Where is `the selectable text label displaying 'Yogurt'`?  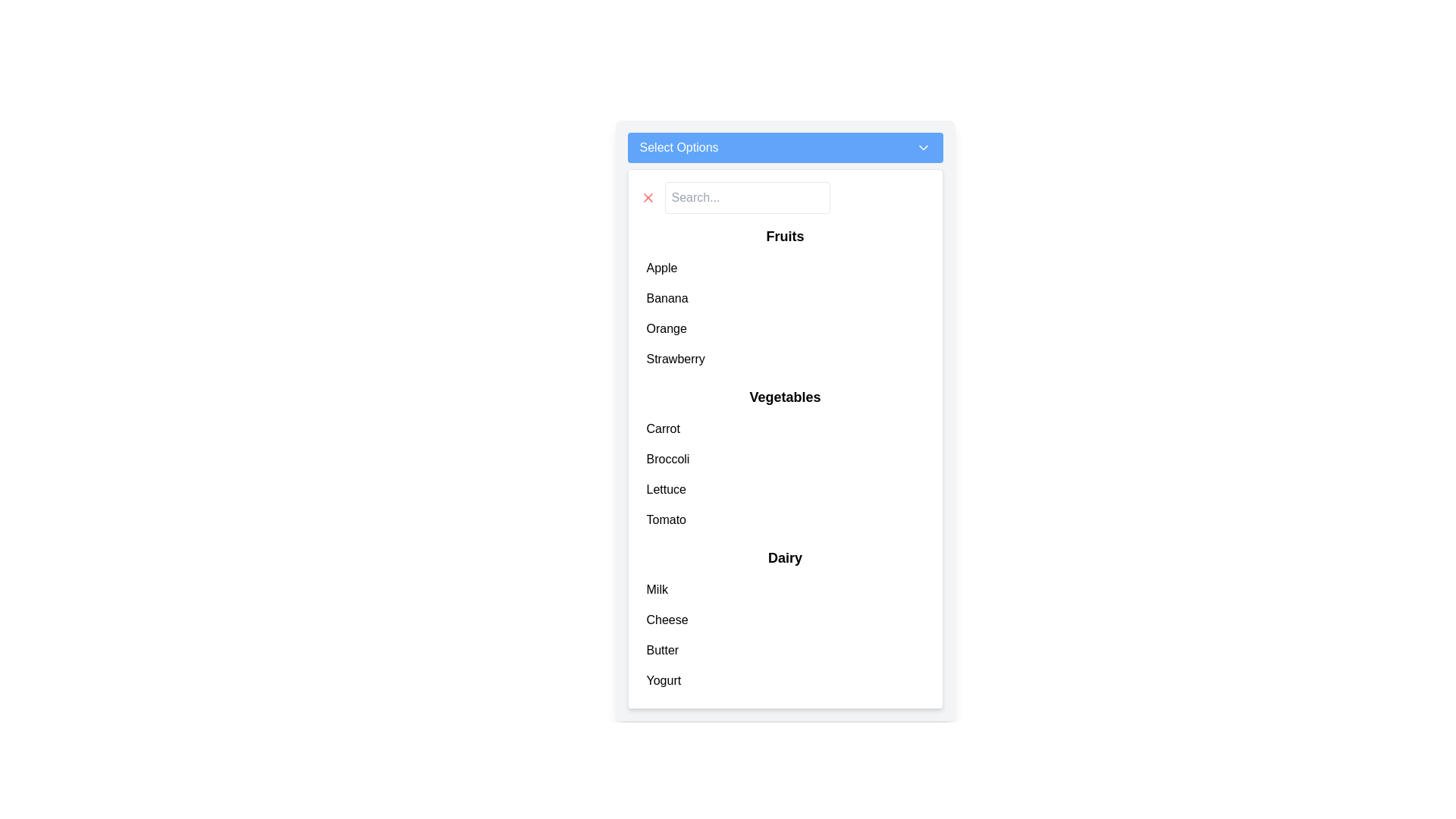
the selectable text label displaying 'Yogurt' is located at coordinates (664, 680).